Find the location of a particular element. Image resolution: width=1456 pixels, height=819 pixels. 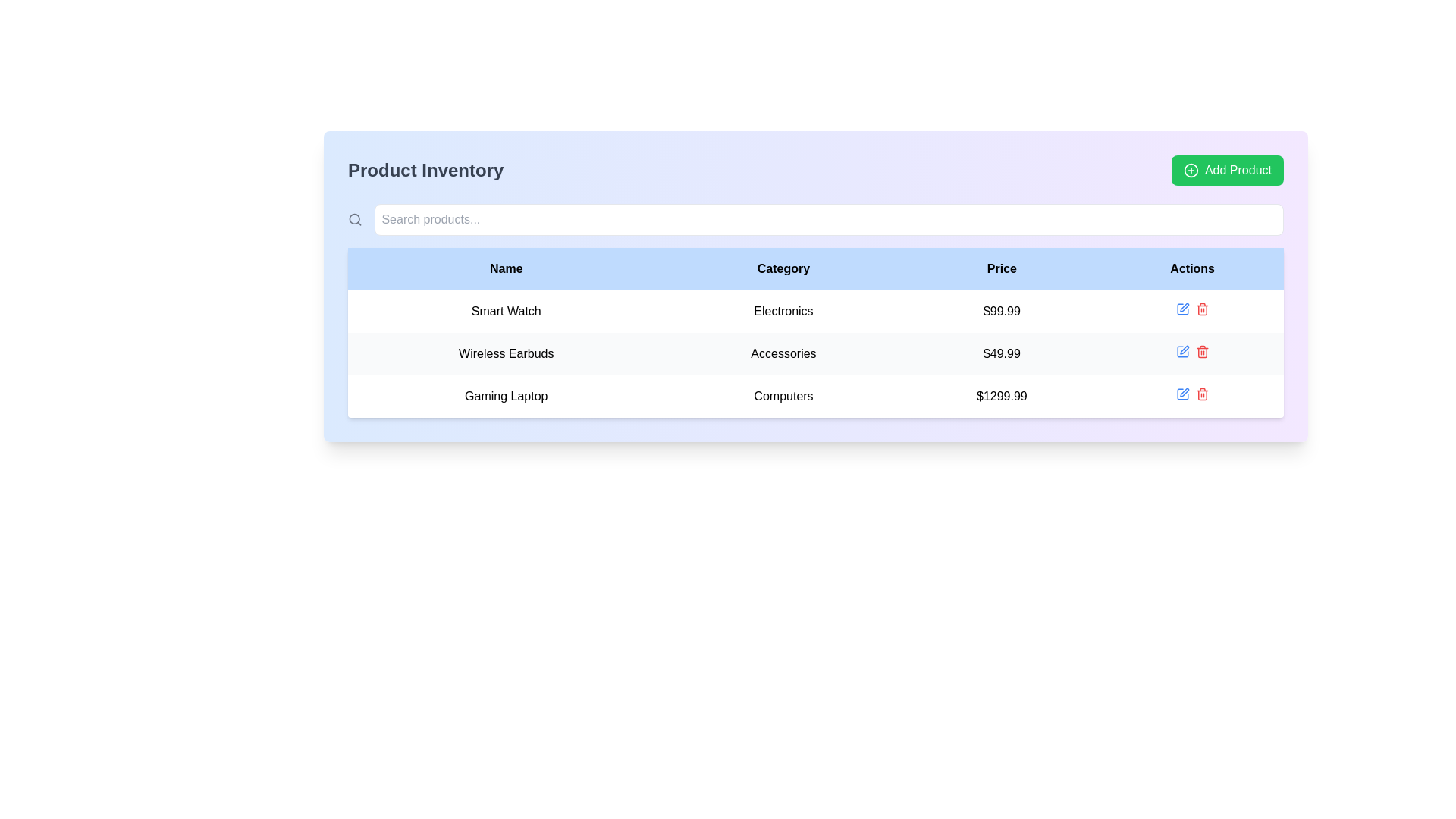

the 'Add Product' button which contains the SVG circle element that visually indicates the button's function for adding or creating items is located at coordinates (1190, 170).